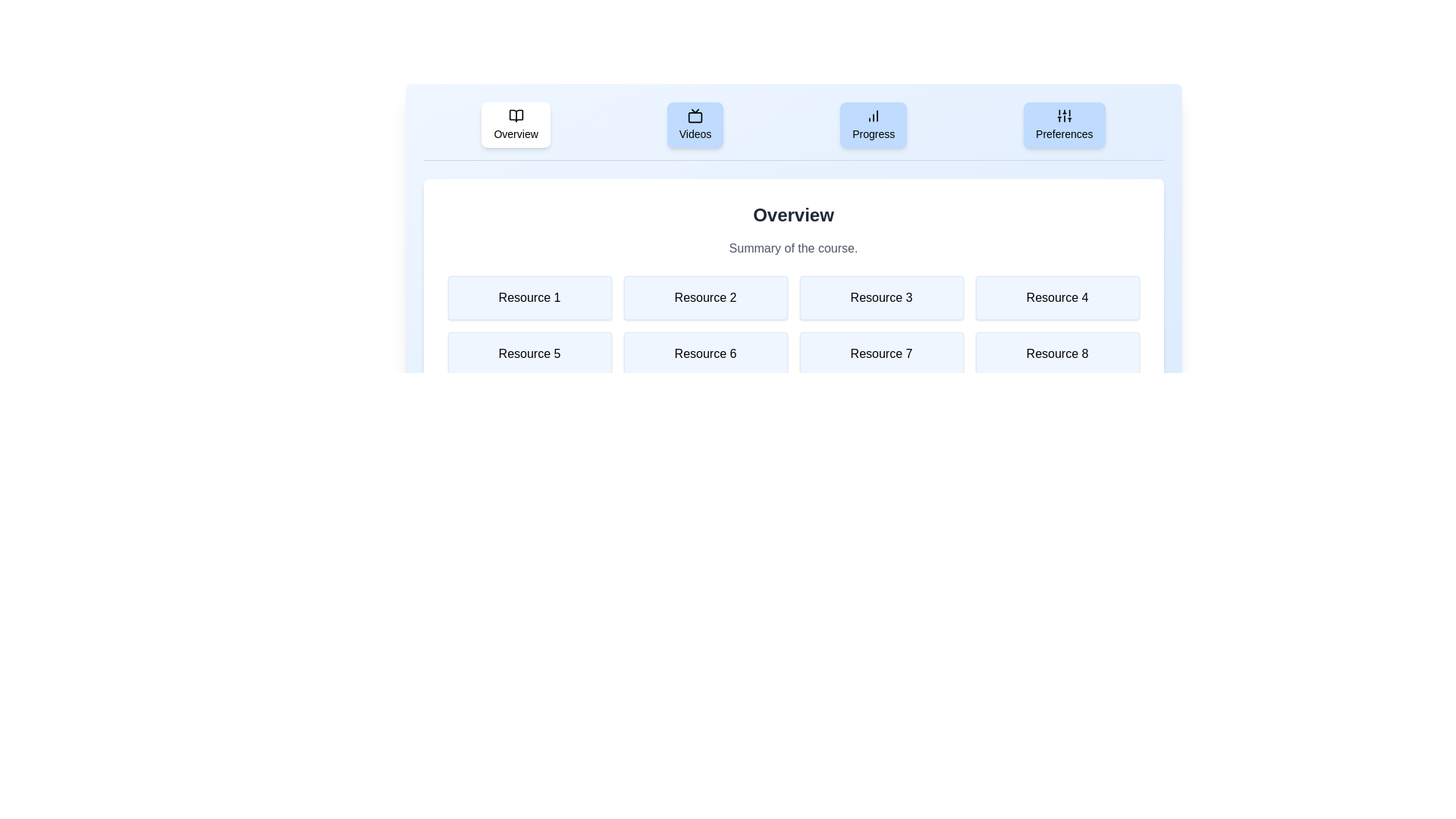 The height and width of the screenshot is (819, 1456). What do you see at coordinates (874, 124) in the screenshot?
I see `the tab labeled Progress to view its content` at bounding box center [874, 124].